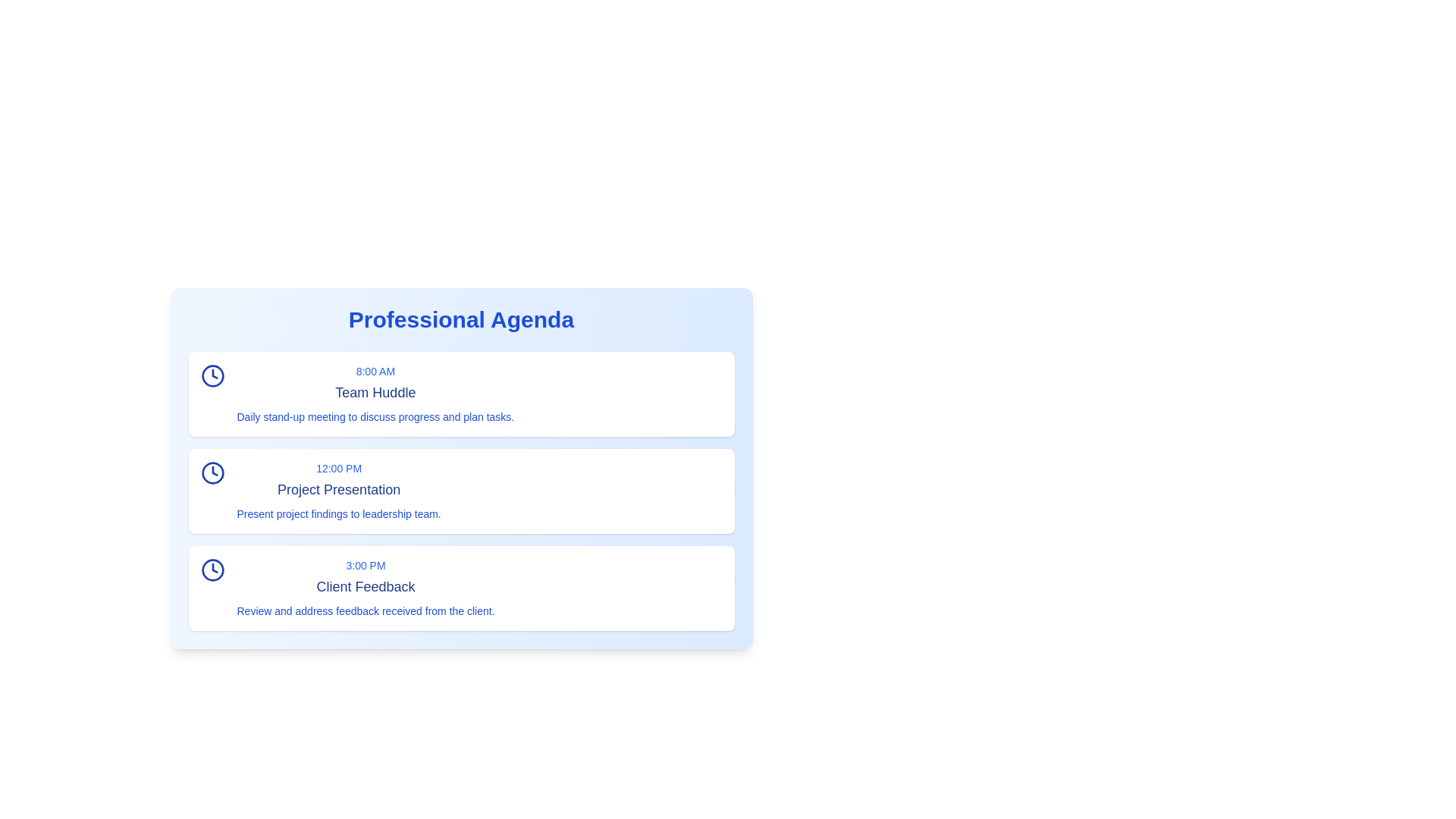 The height and width of the screenshot is (819, 1456). What do you see at coordinates (337, 491) in the screenshot?
I see `the scheduled agenda item for 'Project Presentation' at 12:00 PM` at bounding box center [337, 491].